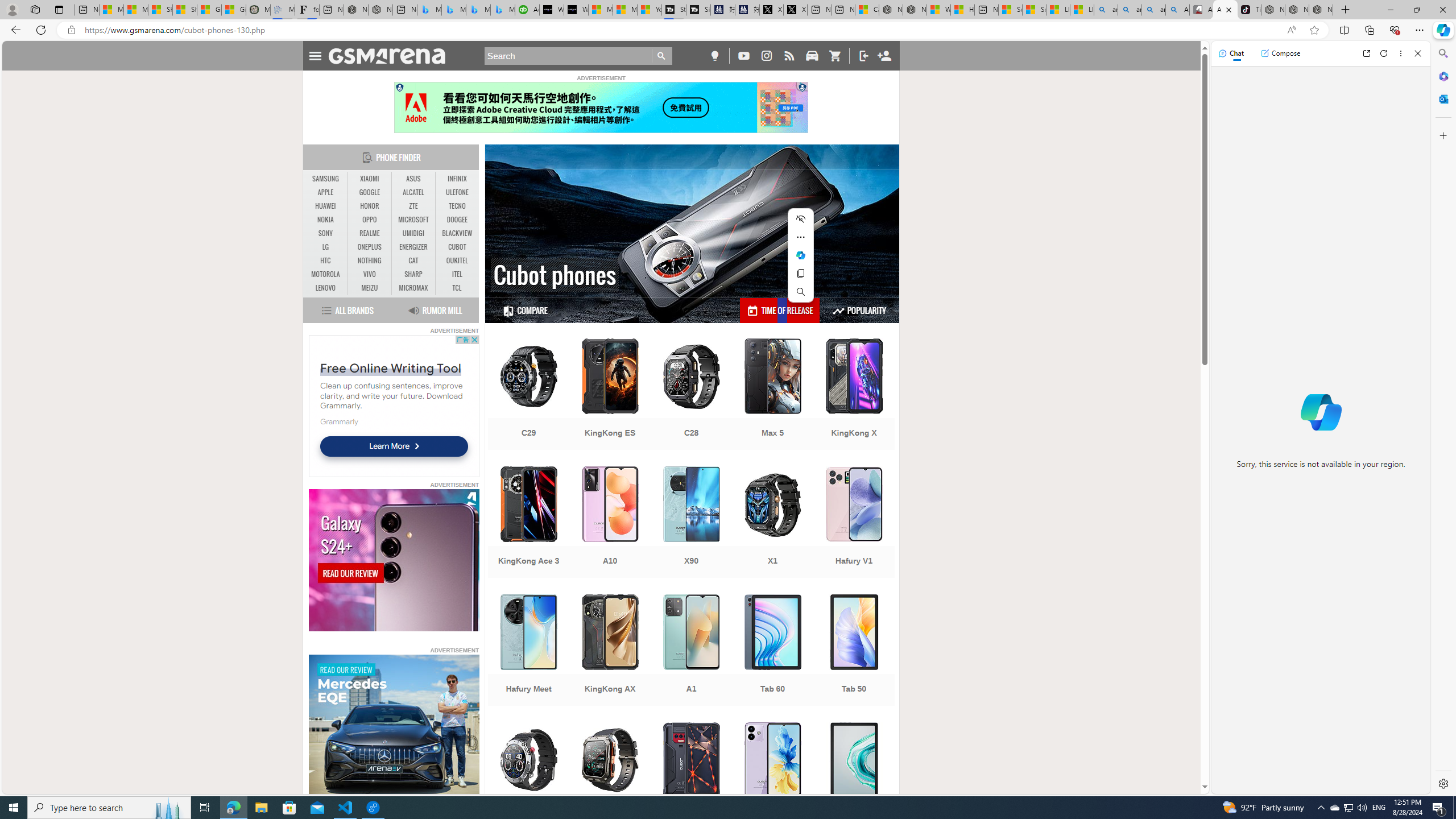 The height and width of the screenshot is (819, 1456). I want to click on 'TCL', so click(457, 287).